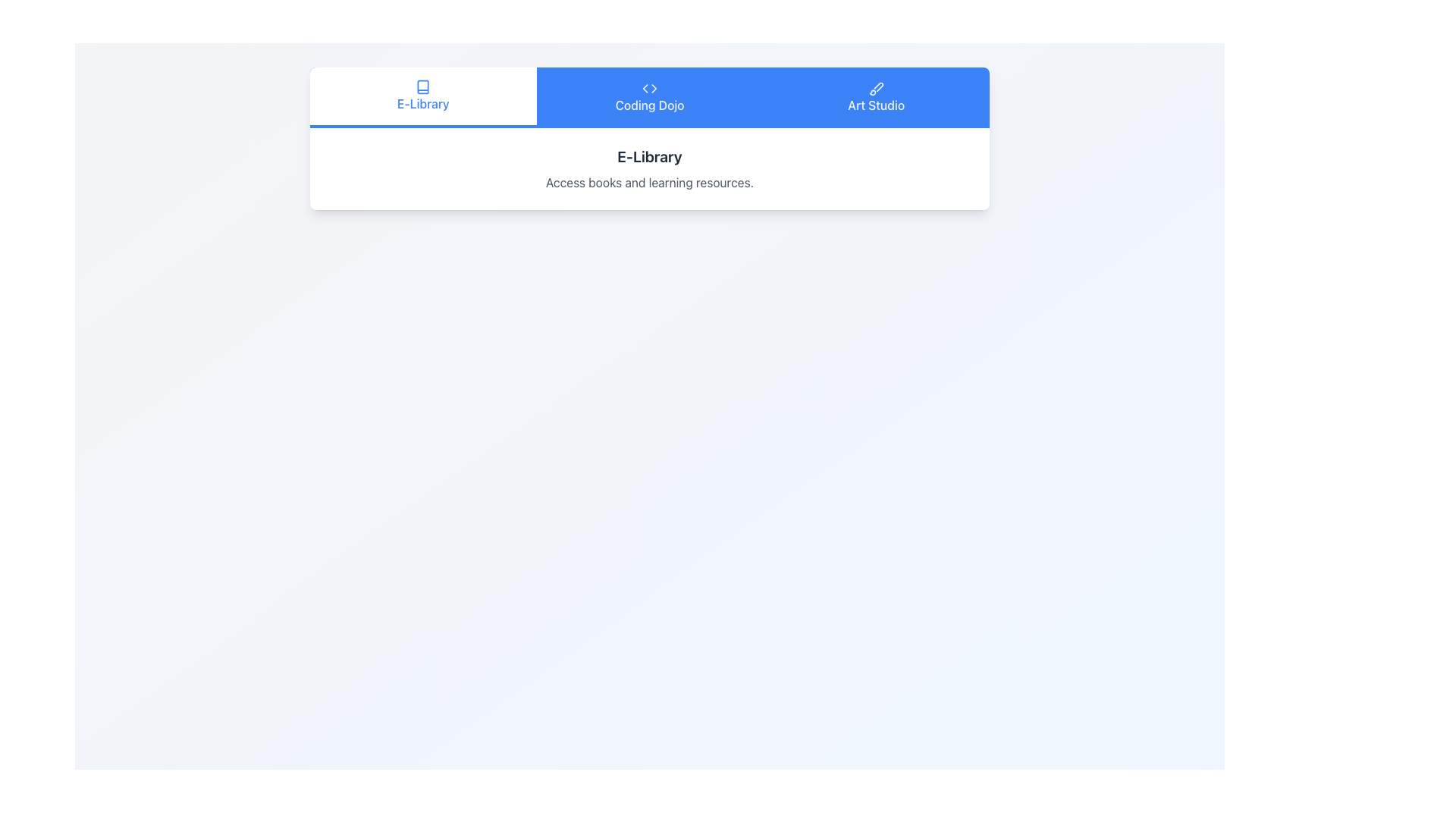 The height and width of the screenshot is (819, 1456). What do you see at coordinates (650, 97) in the screenshot?
I see `the 'Coding Dojo' button, which is centrally aligned in the header menu bar and features a minimalist code-like icon above the text` at bounding box center [650, 97].